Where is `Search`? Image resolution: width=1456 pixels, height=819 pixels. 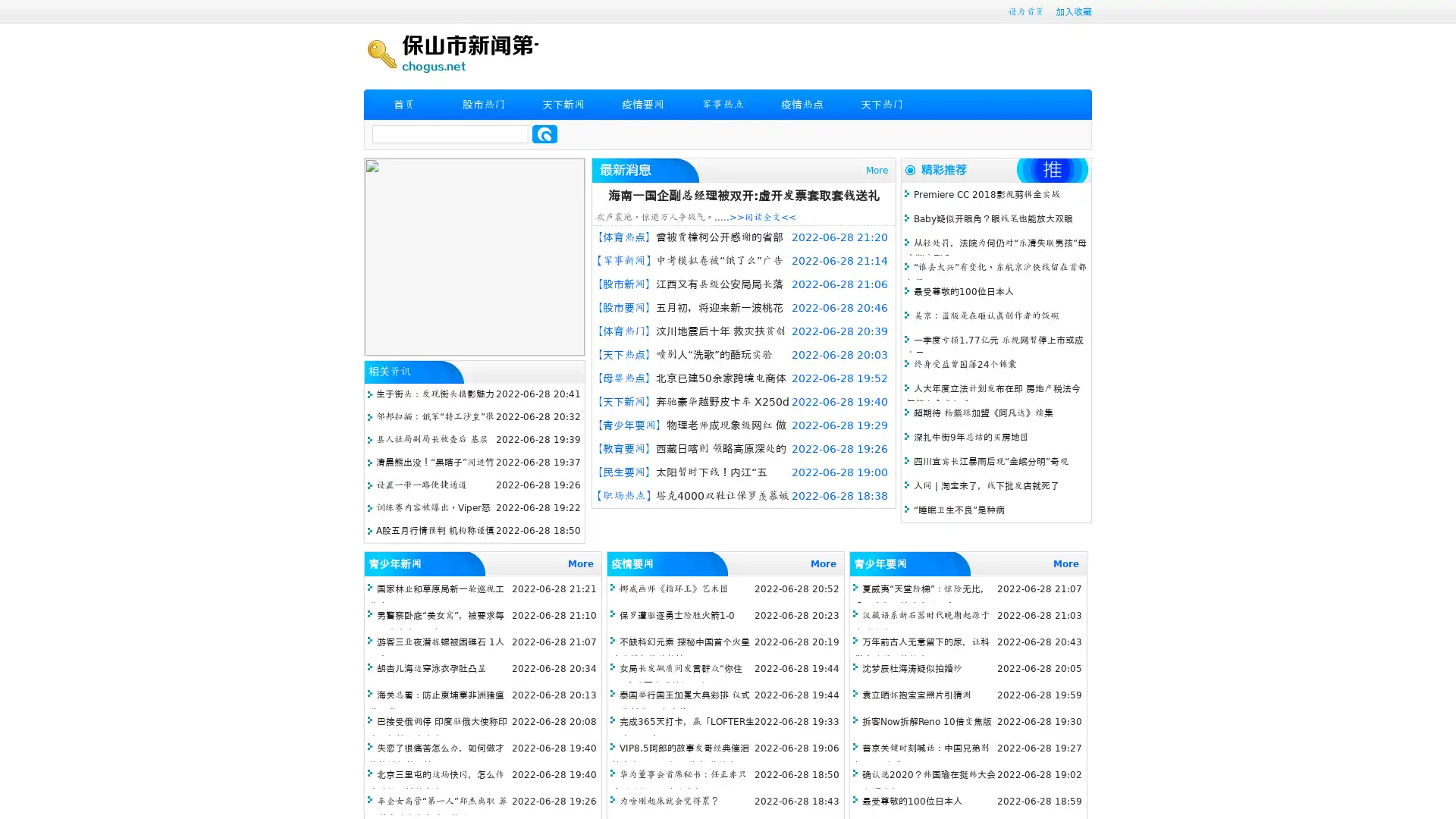
Search is located at coordinates (544, 133).